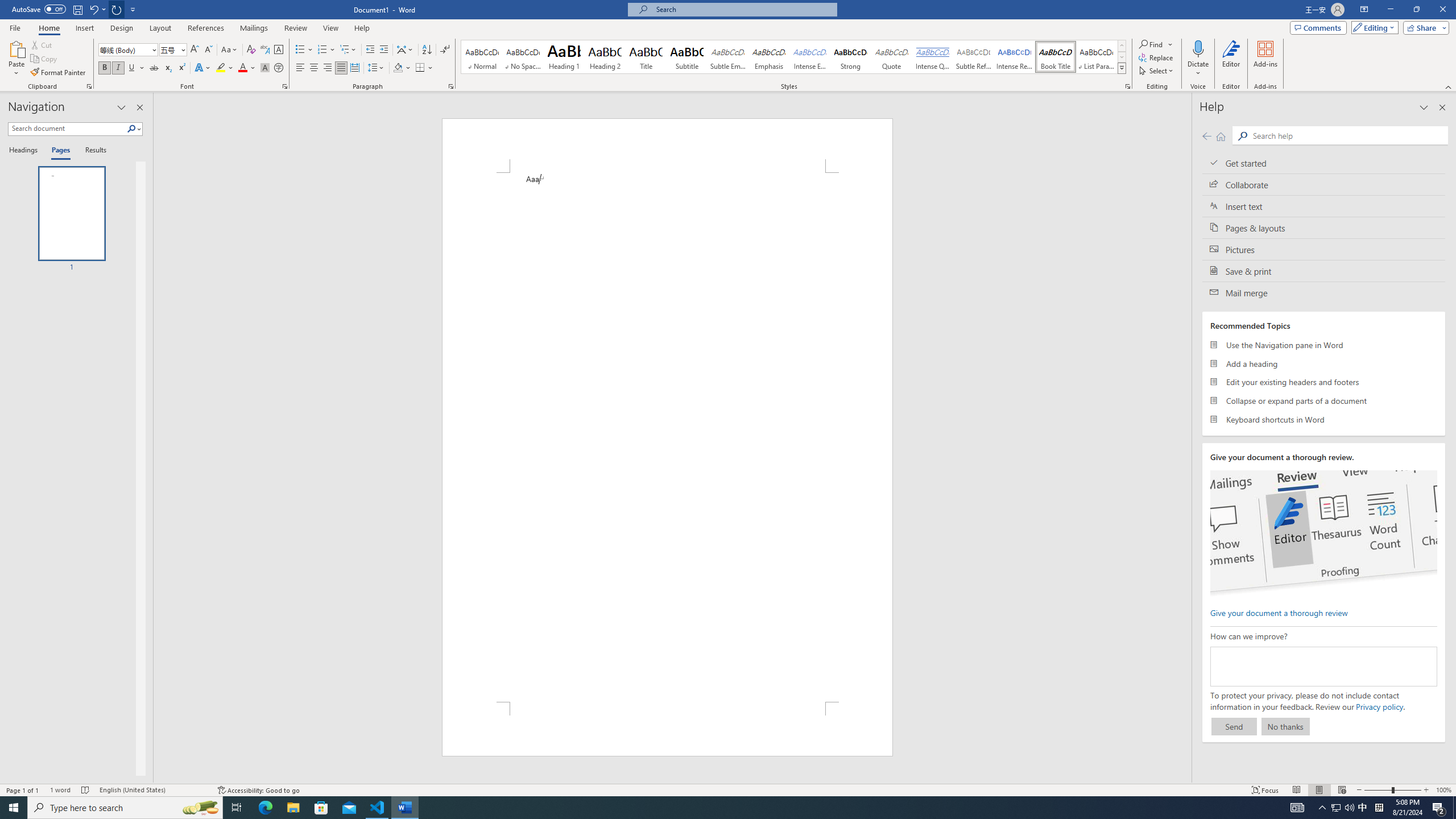 Image resolution: width=1456 pixels, height=819 pixels. What do you see at coordinates (1122, 68) in the screenshot?
I see `'Class: NetUIImage'` at bounding box center [1122, 68].